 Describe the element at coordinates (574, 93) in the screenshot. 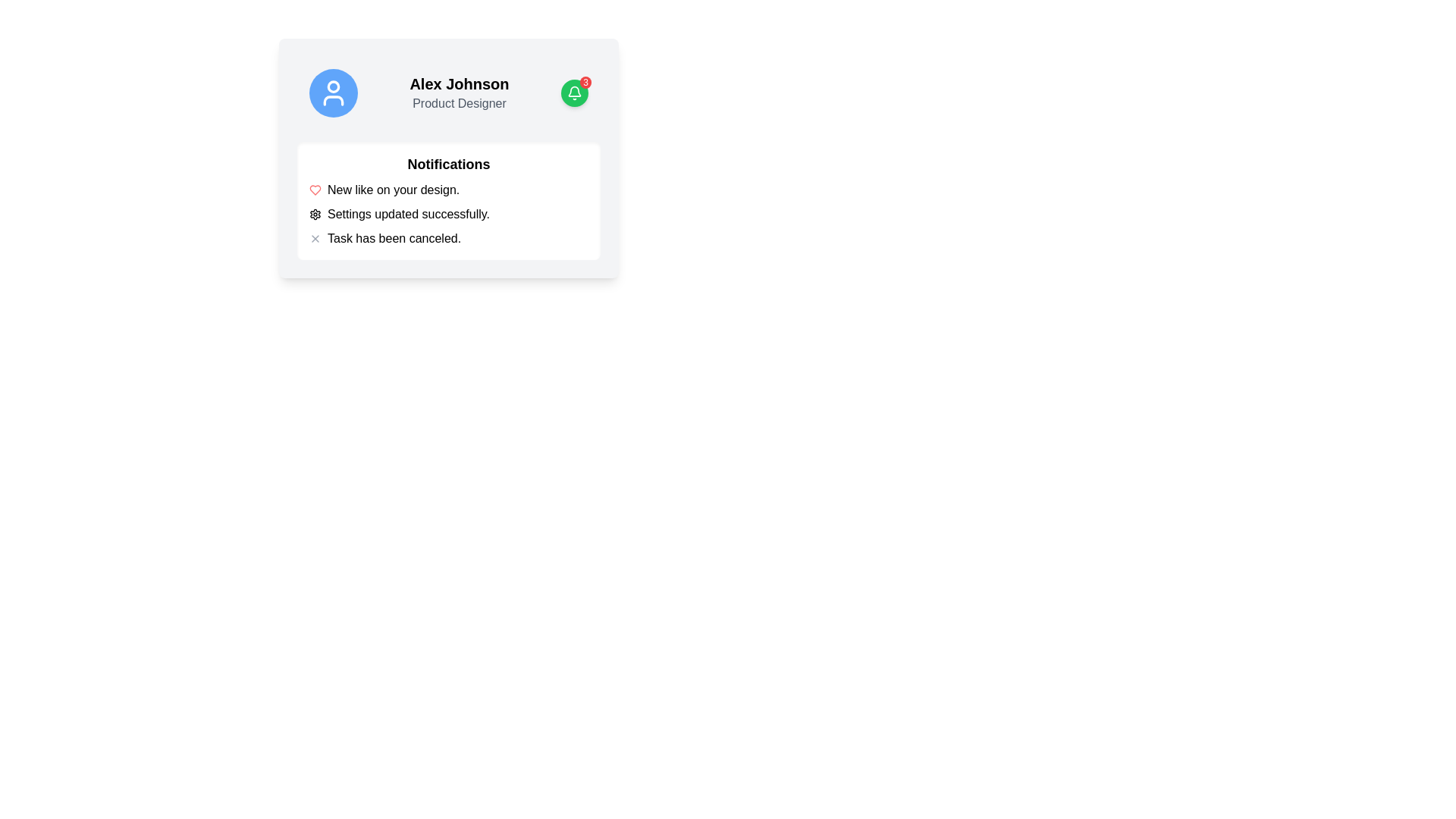

I see `the circular green button with a white bell icon and a red badge showing '3'` at that location.